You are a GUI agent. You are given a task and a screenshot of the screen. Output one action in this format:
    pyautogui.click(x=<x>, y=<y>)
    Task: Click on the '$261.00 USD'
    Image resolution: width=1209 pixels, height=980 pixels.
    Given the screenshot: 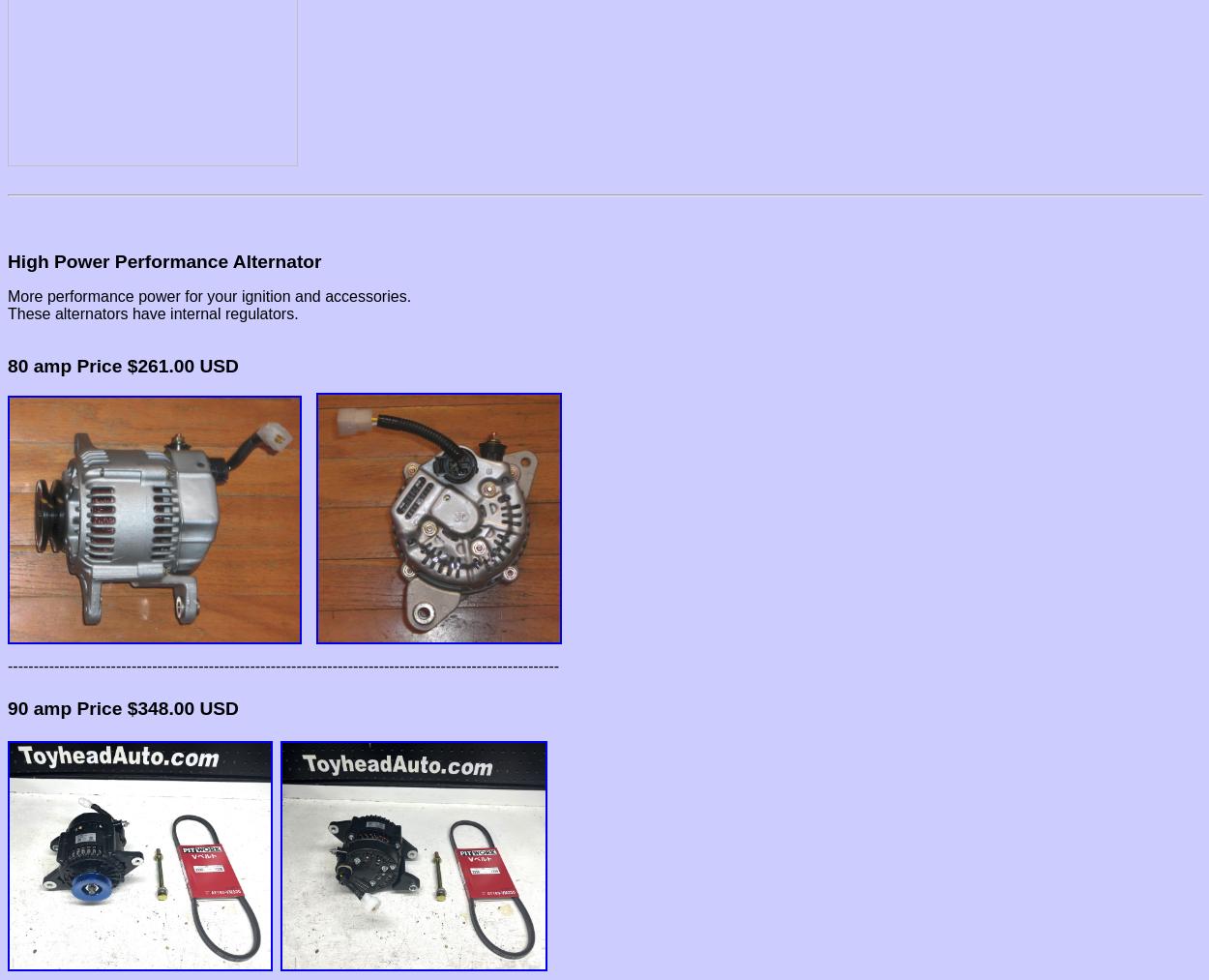 What is the action you would take?
    pyautogui.click(x=179, y=365)
    